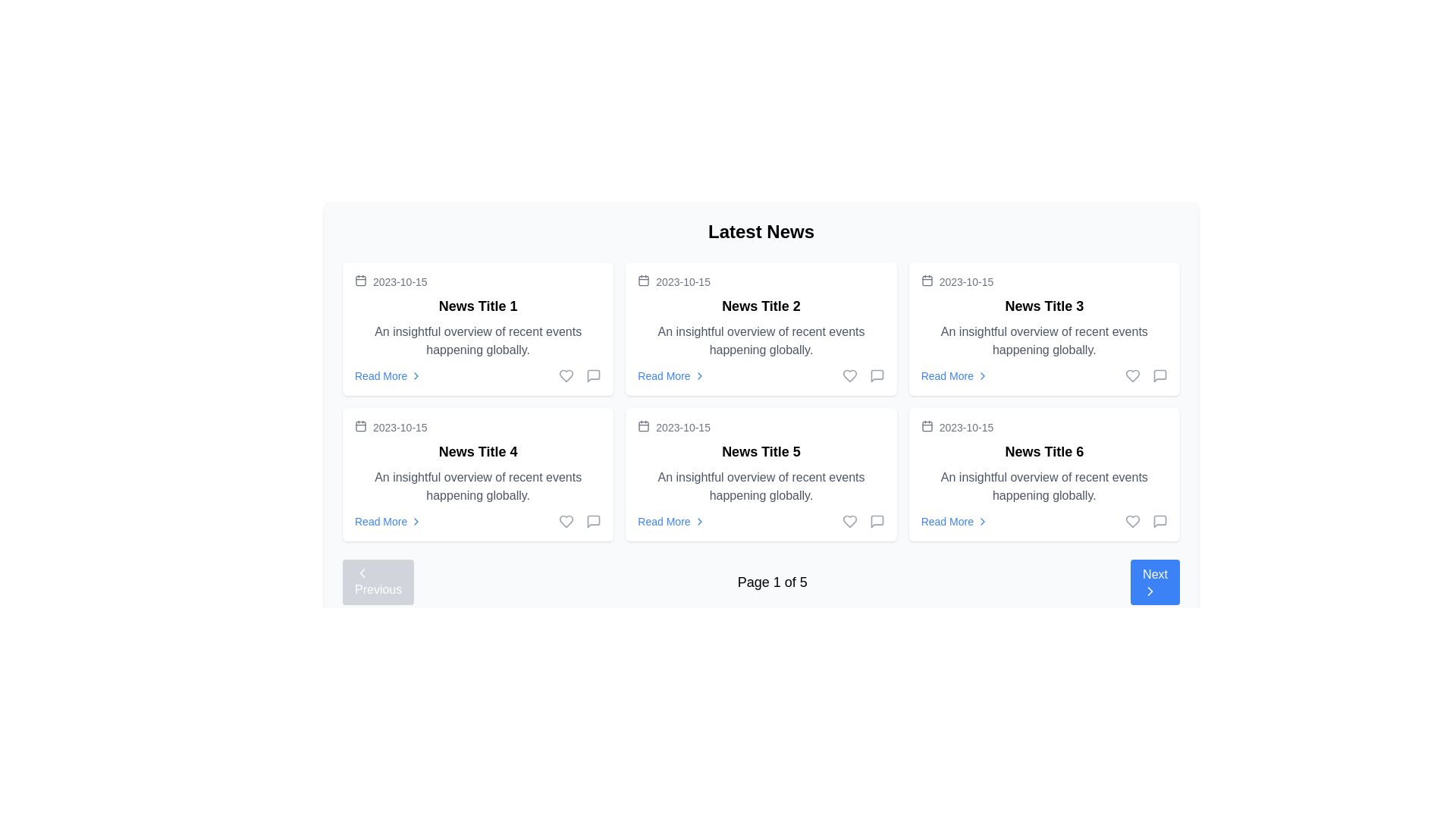  Describe the element at coordinates (644, 426) in the screenshot. I see `the calendar icon located in the second row of the grid structure under the Latest News section, specifically in the fifth news card, to indicate the adjacent date text '2023-10-15'` at that location.